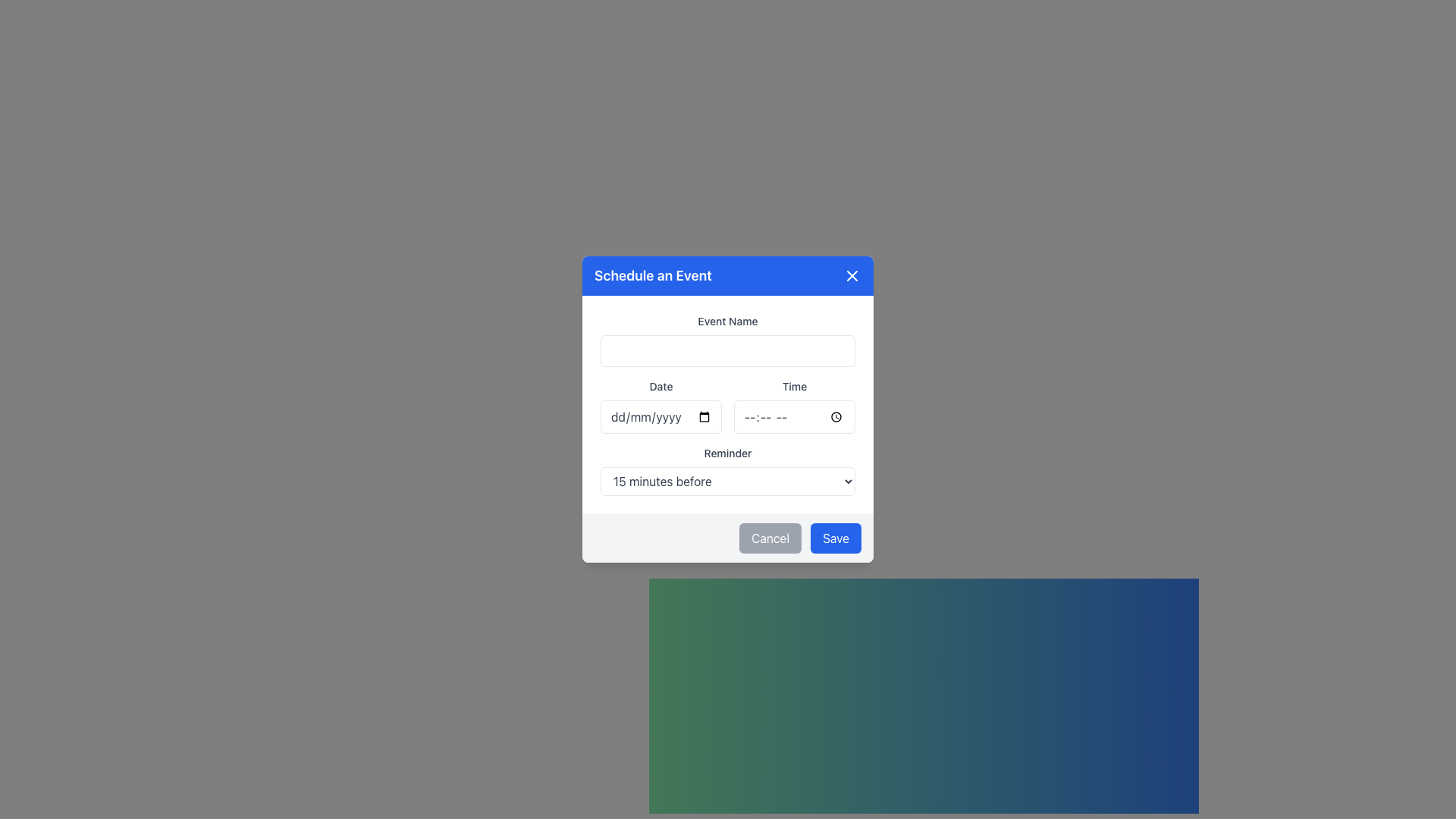 This screenshot has width=1456, height=819. What do you see at coordinates (793, 385) in the screenshot?
I see `the Text Label that serves as a context label for the adjacent time input field, which is located at the top and slightly to the right of the time input field` at bounding box center [793, 385].